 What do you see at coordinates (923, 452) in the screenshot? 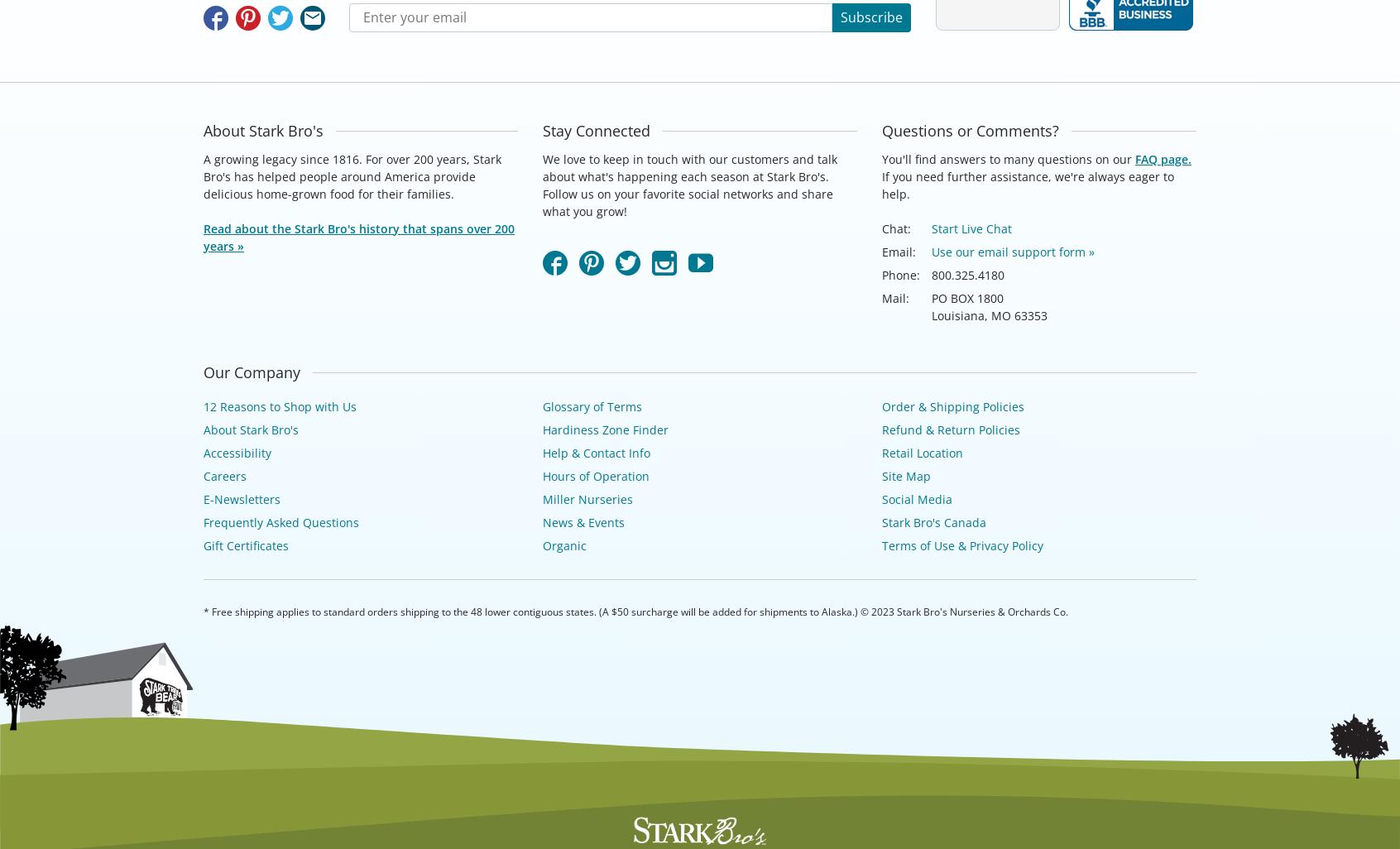
I see `'Retail Location'` at bounding box center [923, 452].